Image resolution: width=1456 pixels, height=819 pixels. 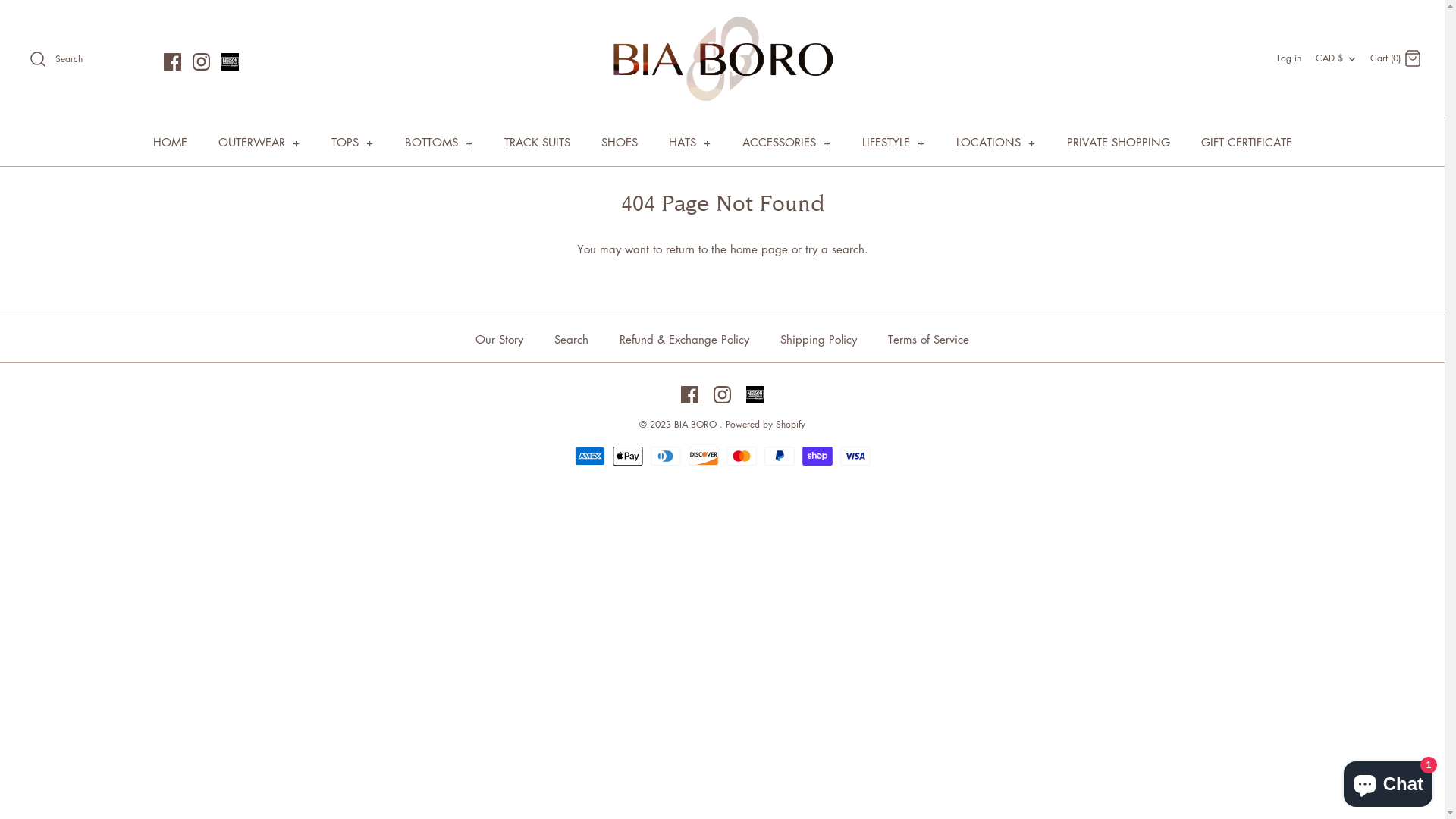 I want to click on 'PRIVATE SHOPPING', so click(x=1117, y=142).